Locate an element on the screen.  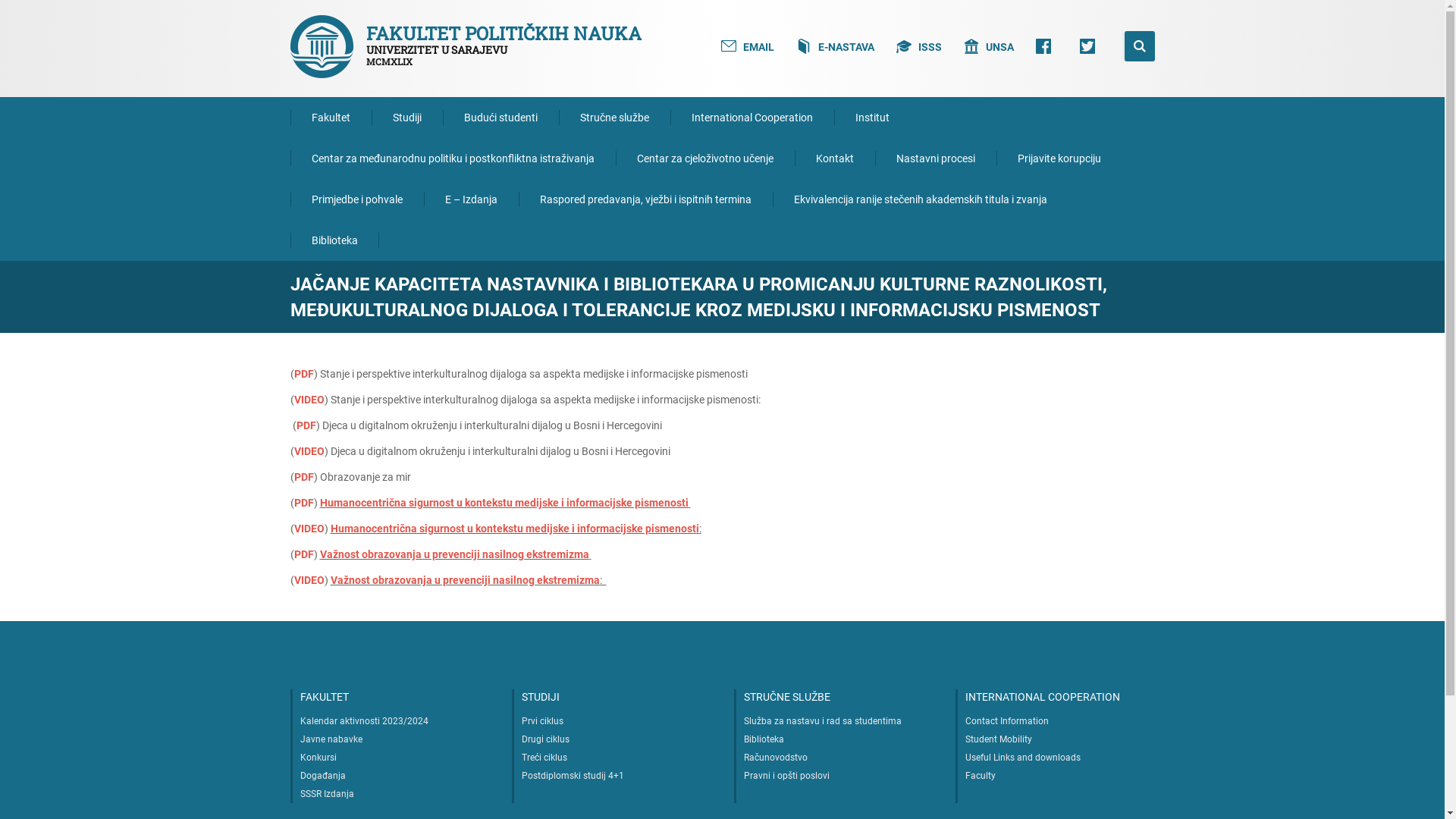
'Postdiplomski studij 4+1' is located at coordinates (572, 775).